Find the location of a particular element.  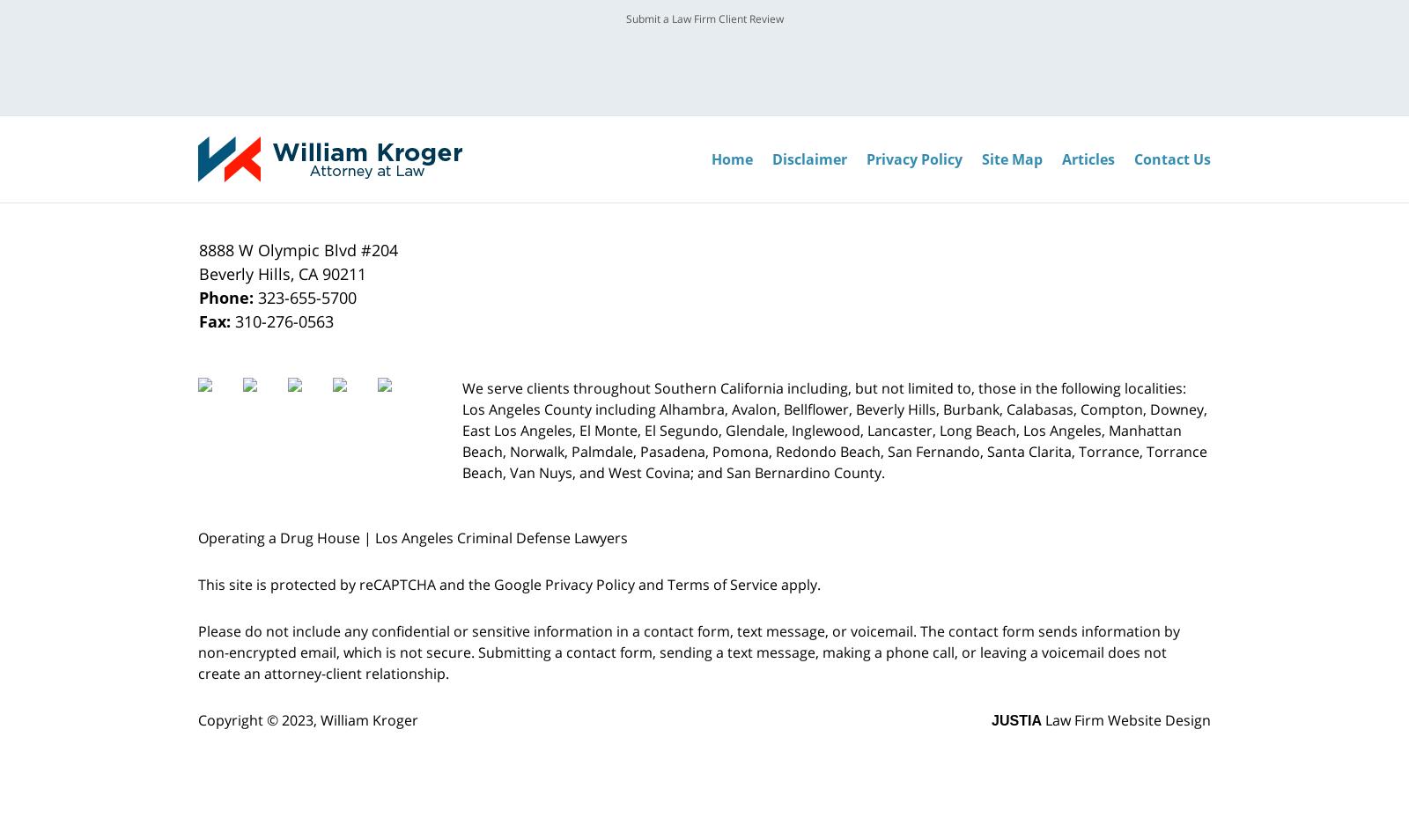

',' is located at coordinates (294, 274).